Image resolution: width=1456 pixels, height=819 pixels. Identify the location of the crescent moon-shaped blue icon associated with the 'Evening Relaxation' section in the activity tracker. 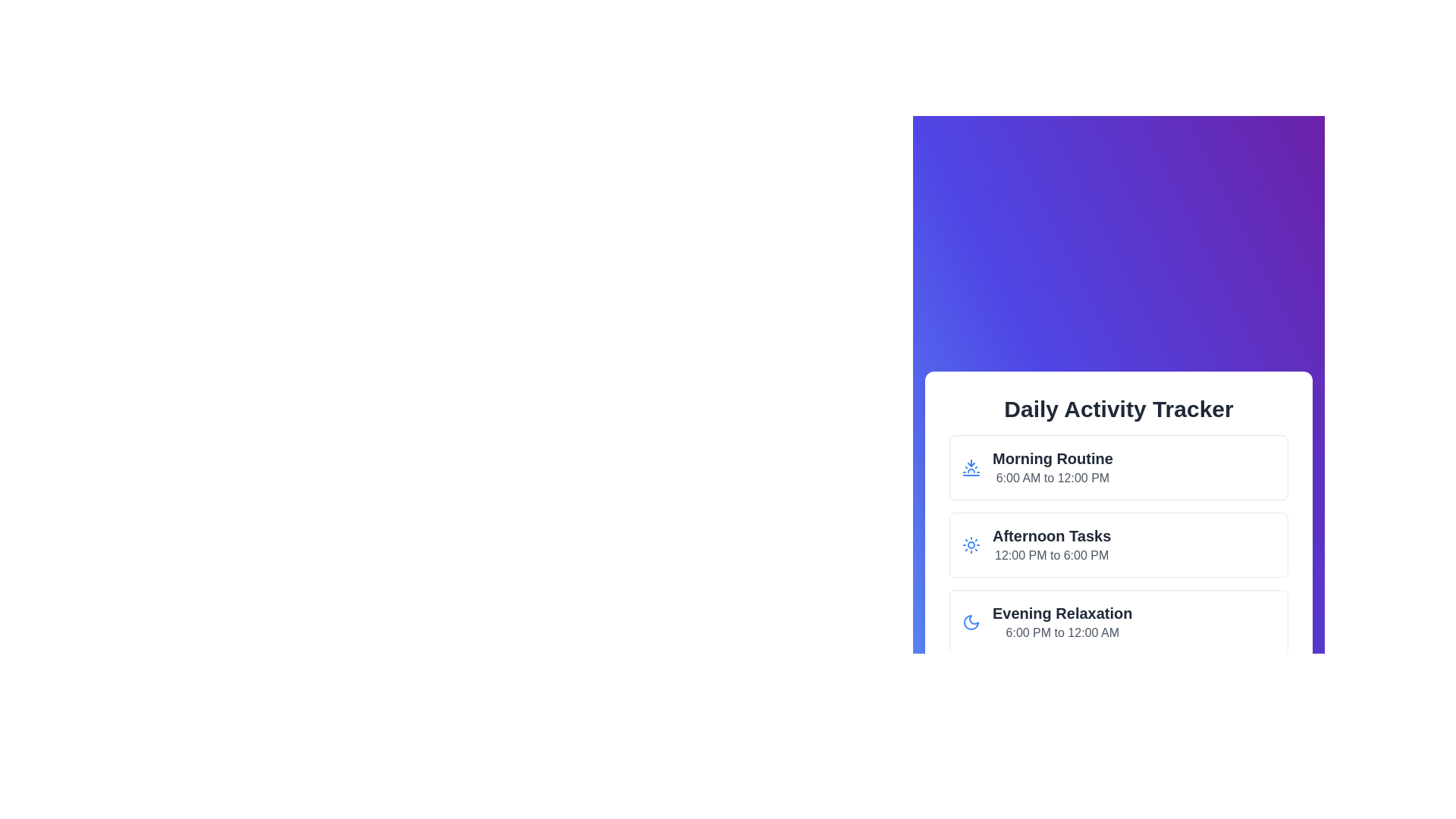
(971, 623).